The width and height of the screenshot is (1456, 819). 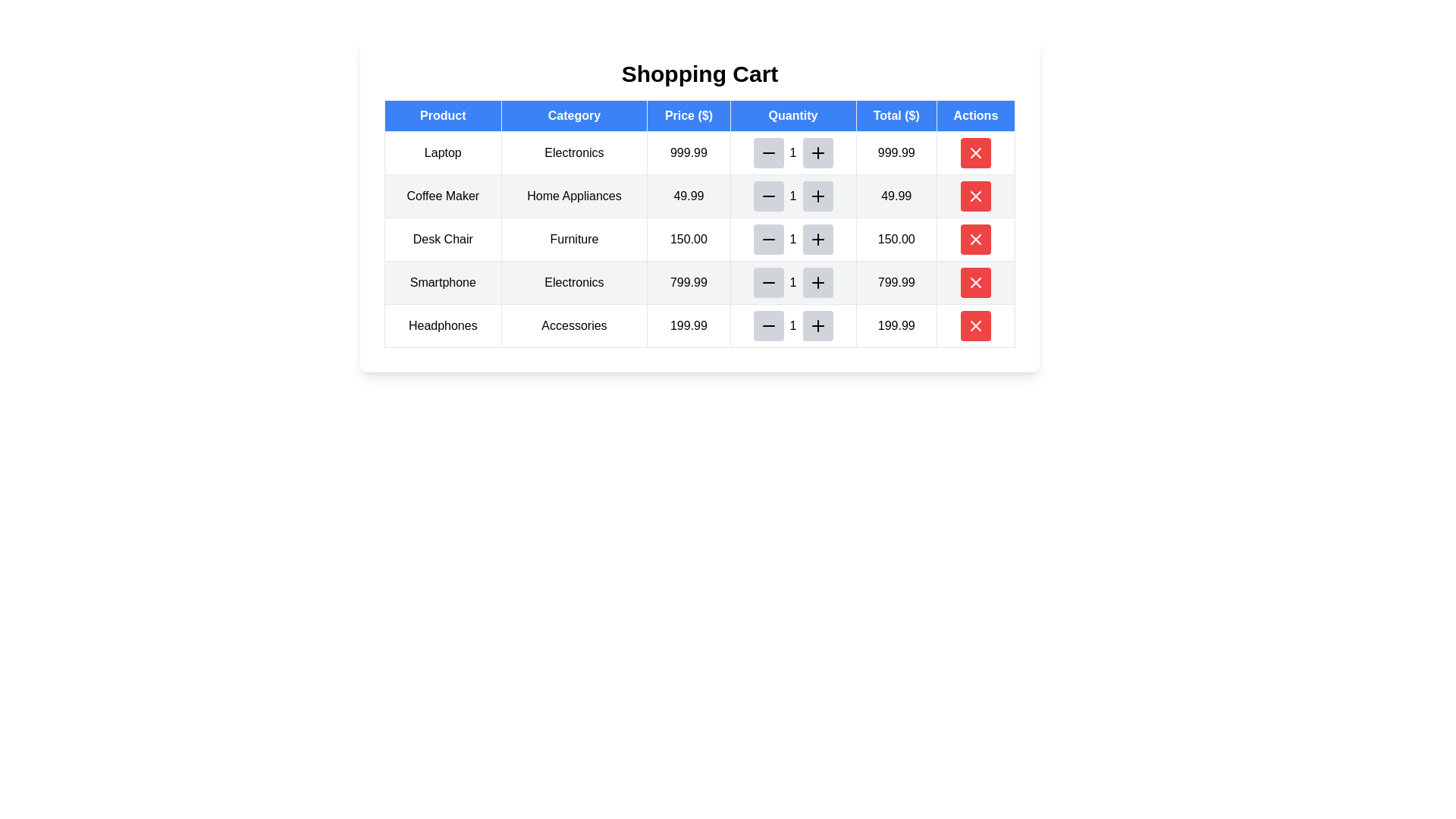 I want to click on the cross icon within the red square button in the 'Actions' column of the shopping cart table, so click(x=975, y=283).